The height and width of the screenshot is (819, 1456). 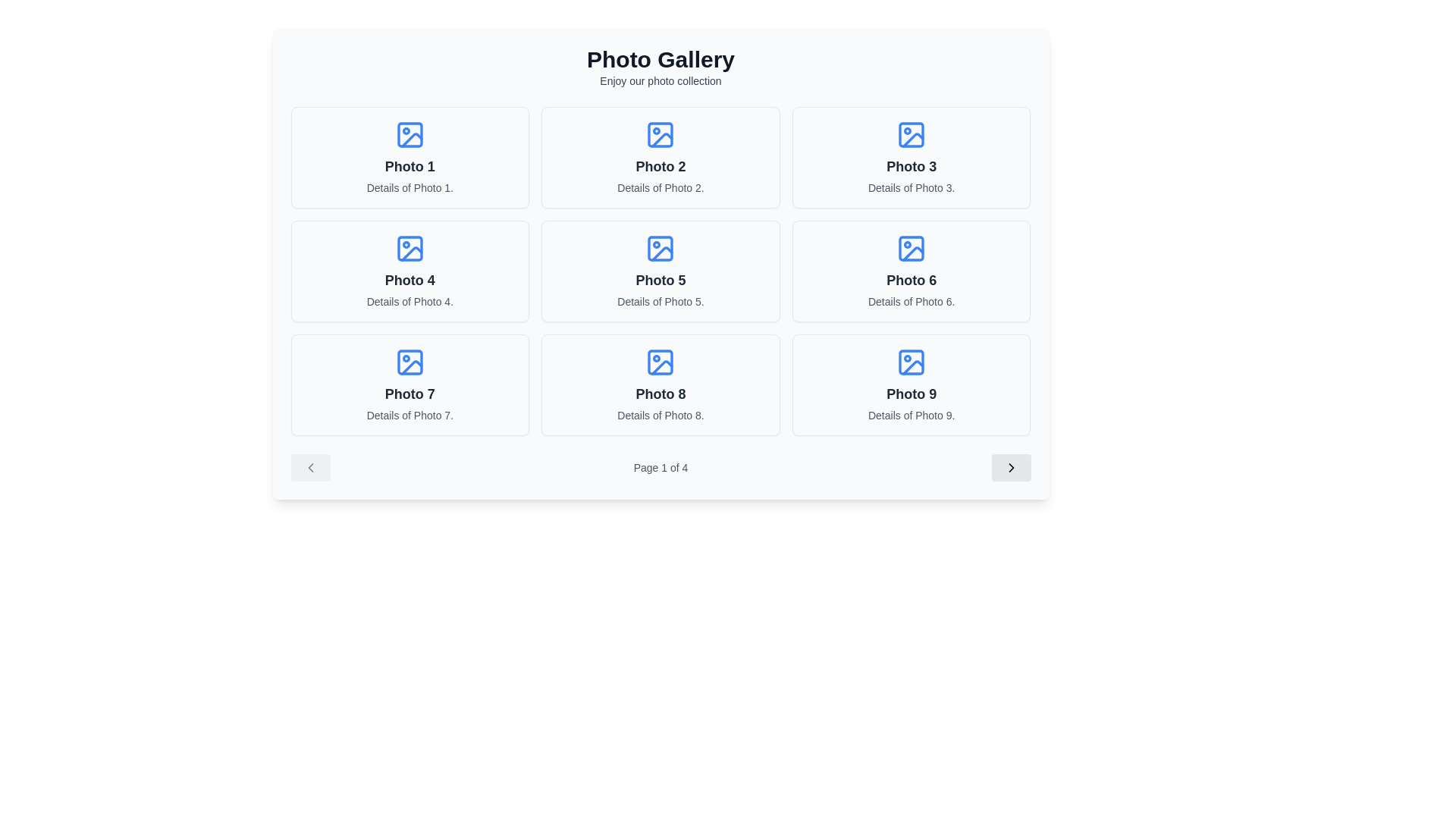 What do you see at coordinates (409, 247) in the screenshot?
I see `icon representing 'Photo 4' located at the top-center of its card by clicking on it` at bounding box center [409, 247].